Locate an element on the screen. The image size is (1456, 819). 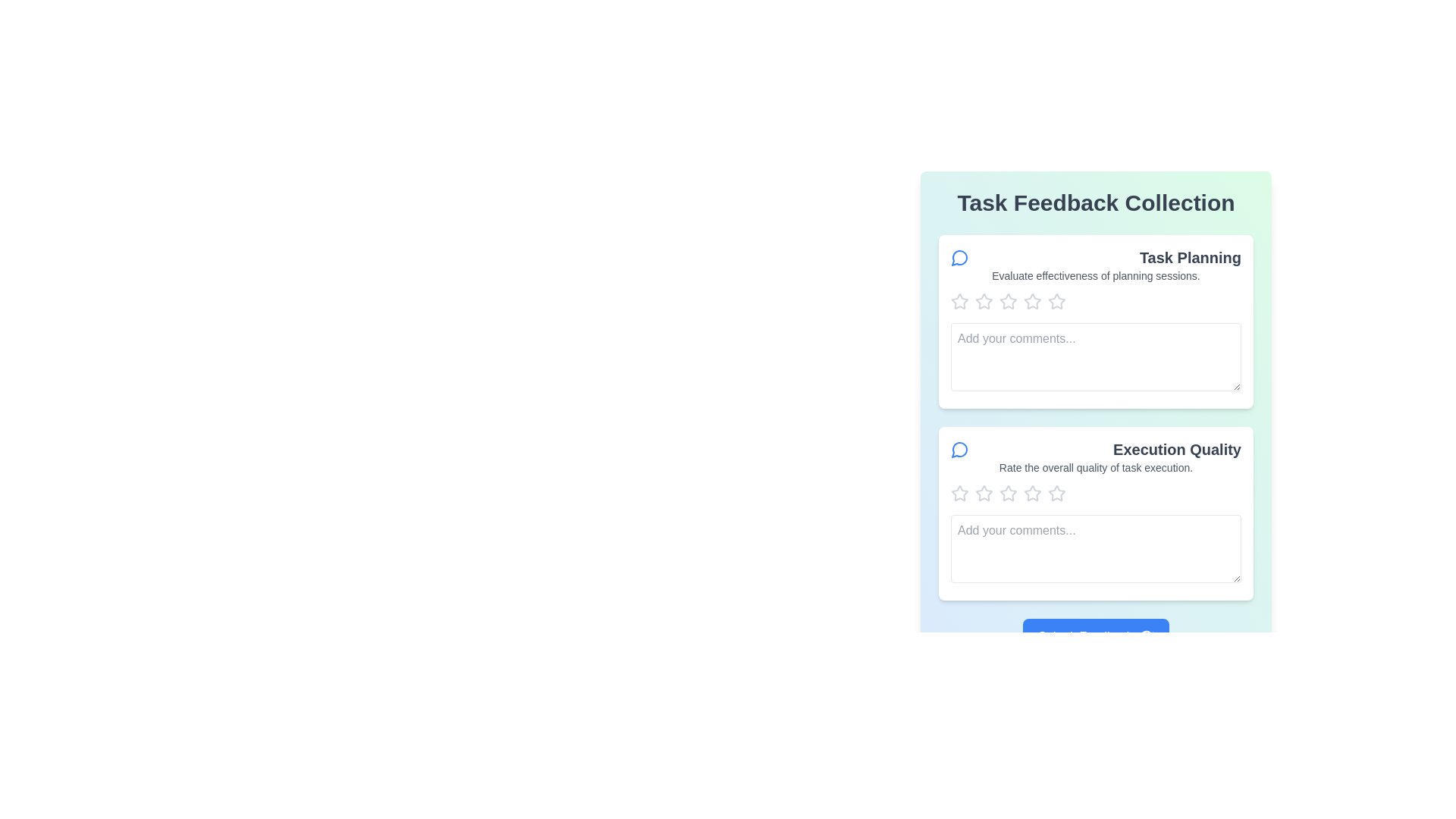
the speech bubble icon located on the left side of the 'Execution Quality' title, which is part of the 'Task Feedback Collection' section is located at coordinates (959, 449).